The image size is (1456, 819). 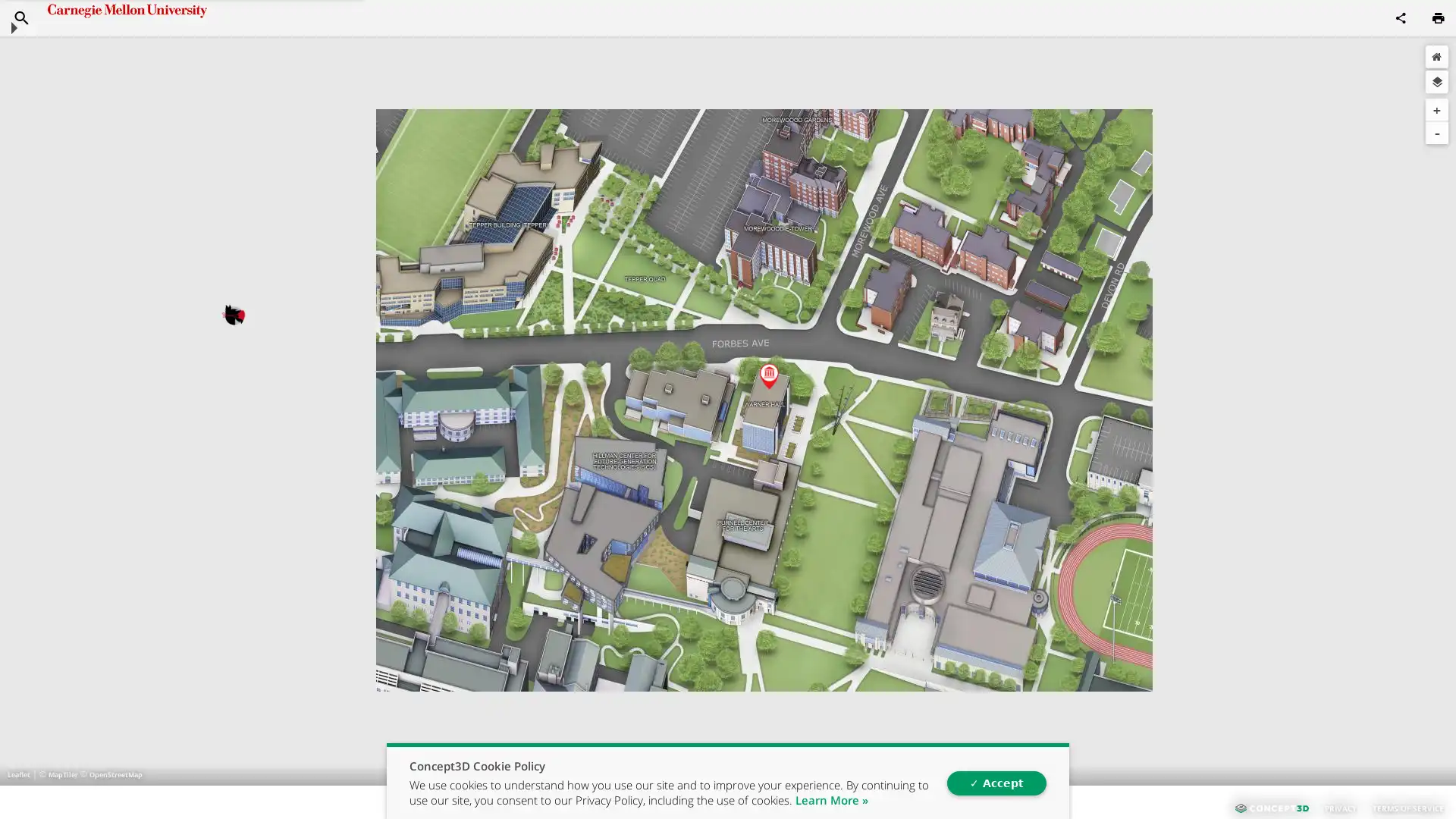 What do you see at coordinates (996, 783) in the screenshot?
I see `Accept Use of Cookies` at bounding box center [996, 783].